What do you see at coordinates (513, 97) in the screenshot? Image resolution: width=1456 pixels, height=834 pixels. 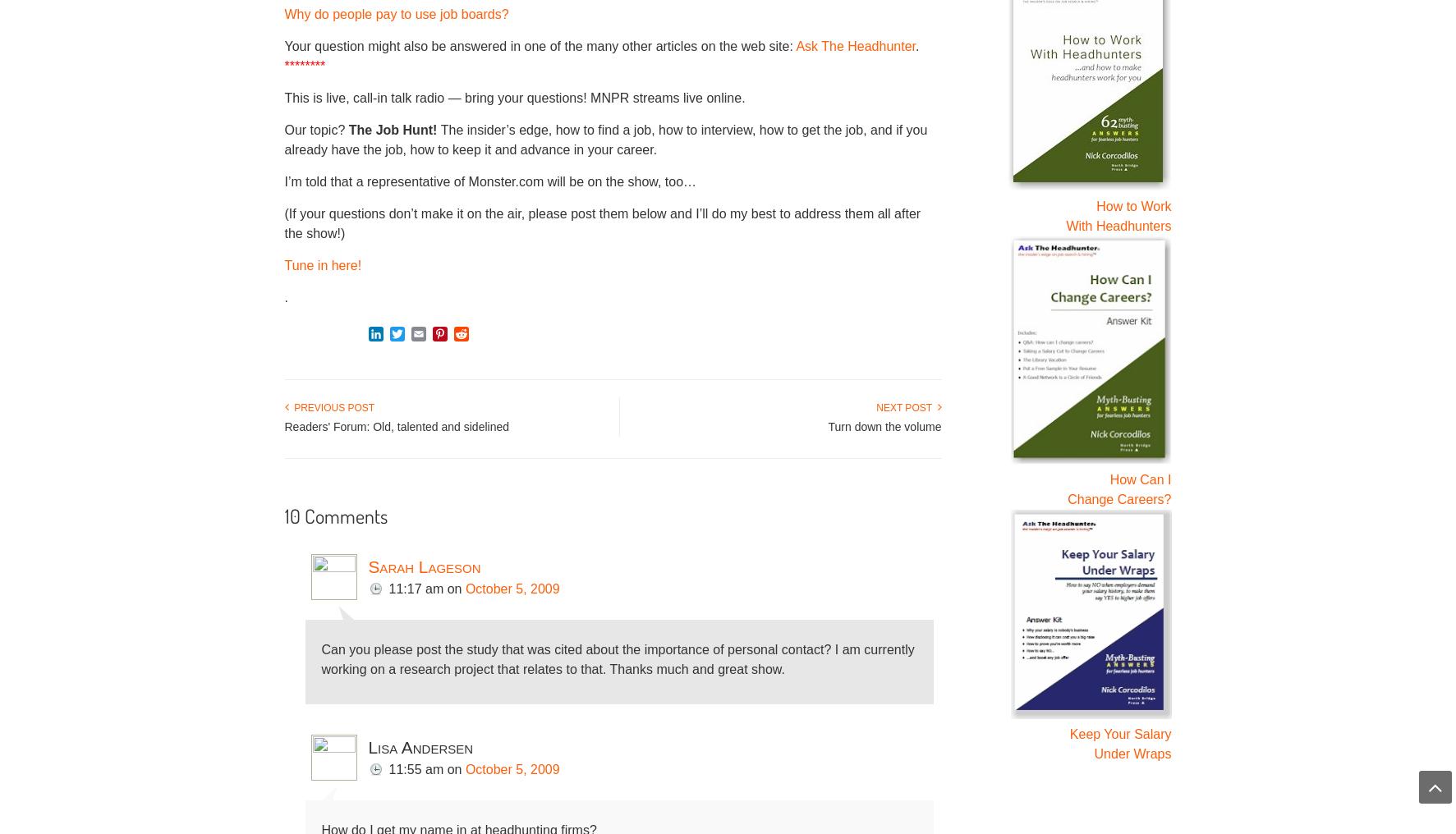 I see `'This is live, call-in talk radio — bring your questions! MNPR streams live online.'` at bounding box center [513, 97].